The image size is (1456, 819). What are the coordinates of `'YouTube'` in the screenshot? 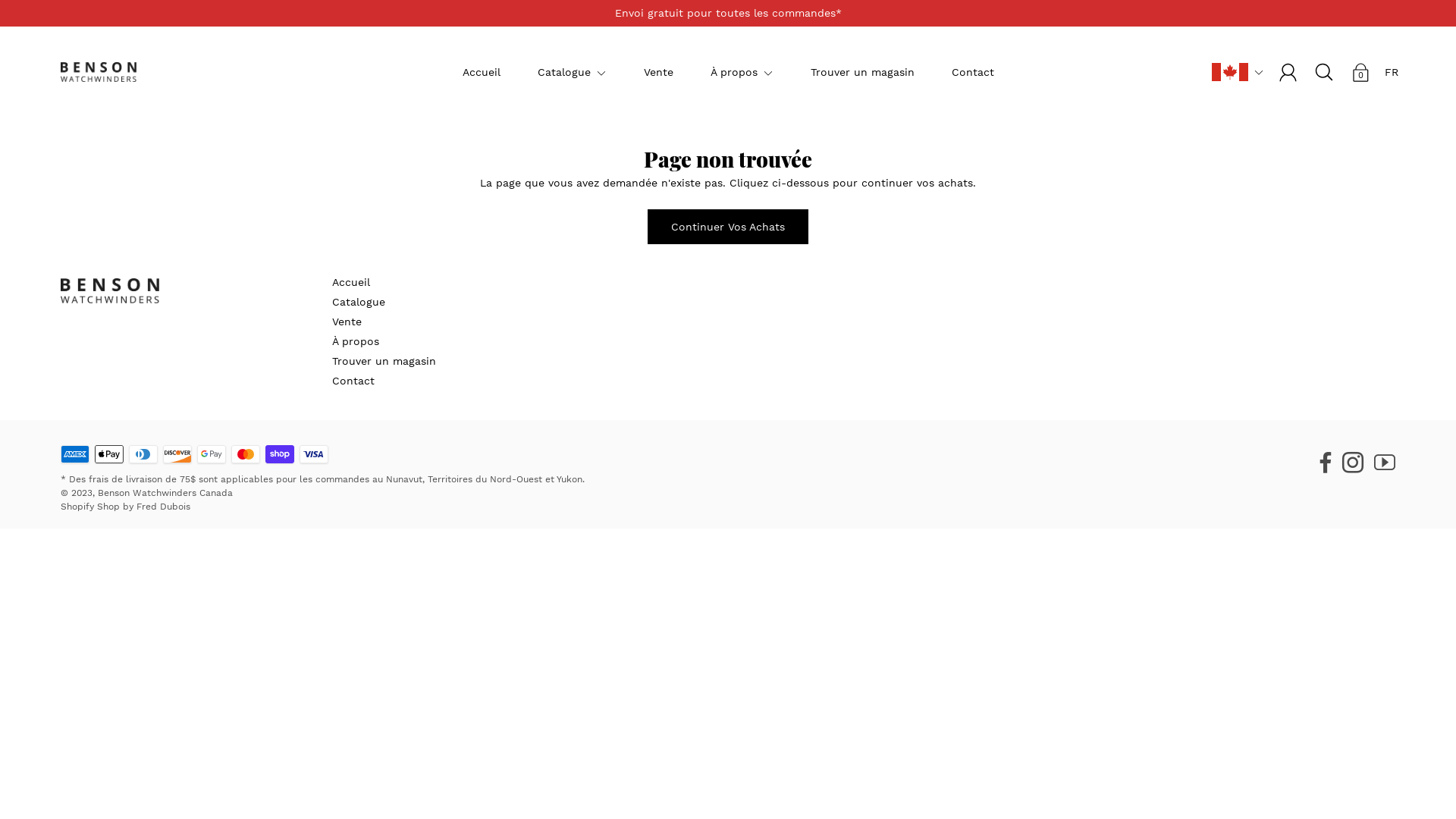 It's located at (1384, 459).